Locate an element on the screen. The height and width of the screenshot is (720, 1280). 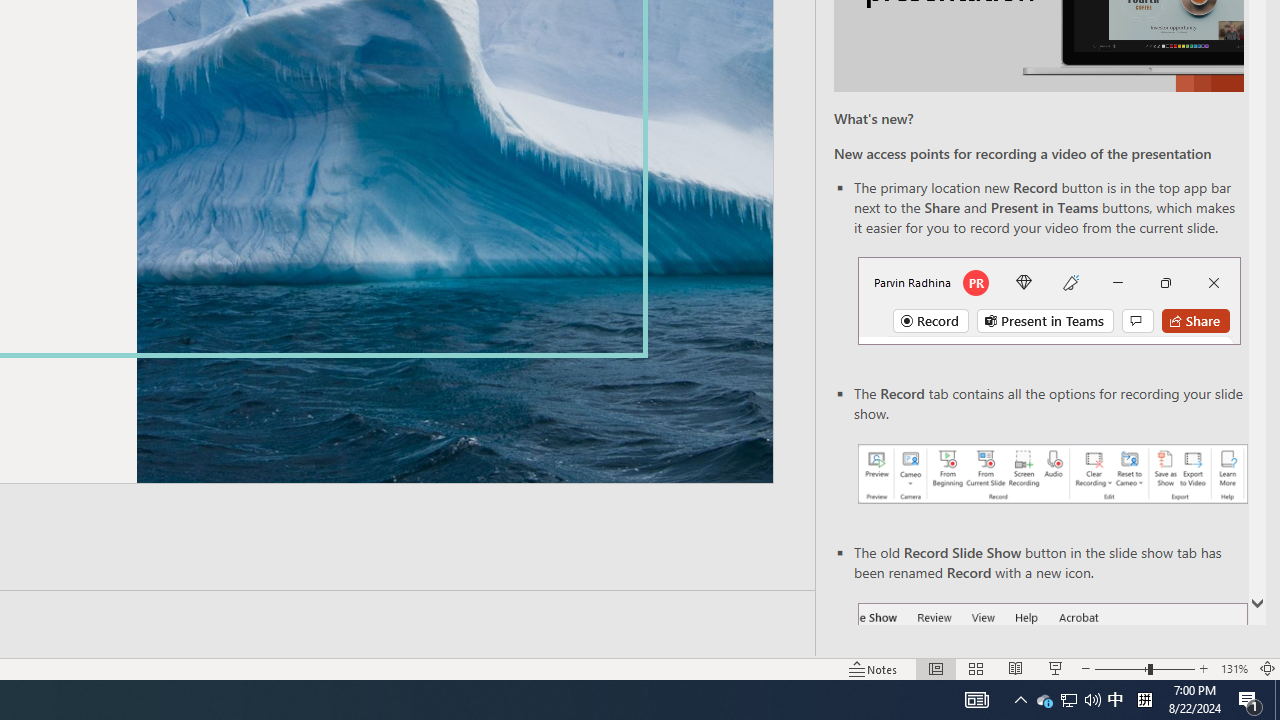
'Zoom 131%' is located at coordinates (1233, 669).